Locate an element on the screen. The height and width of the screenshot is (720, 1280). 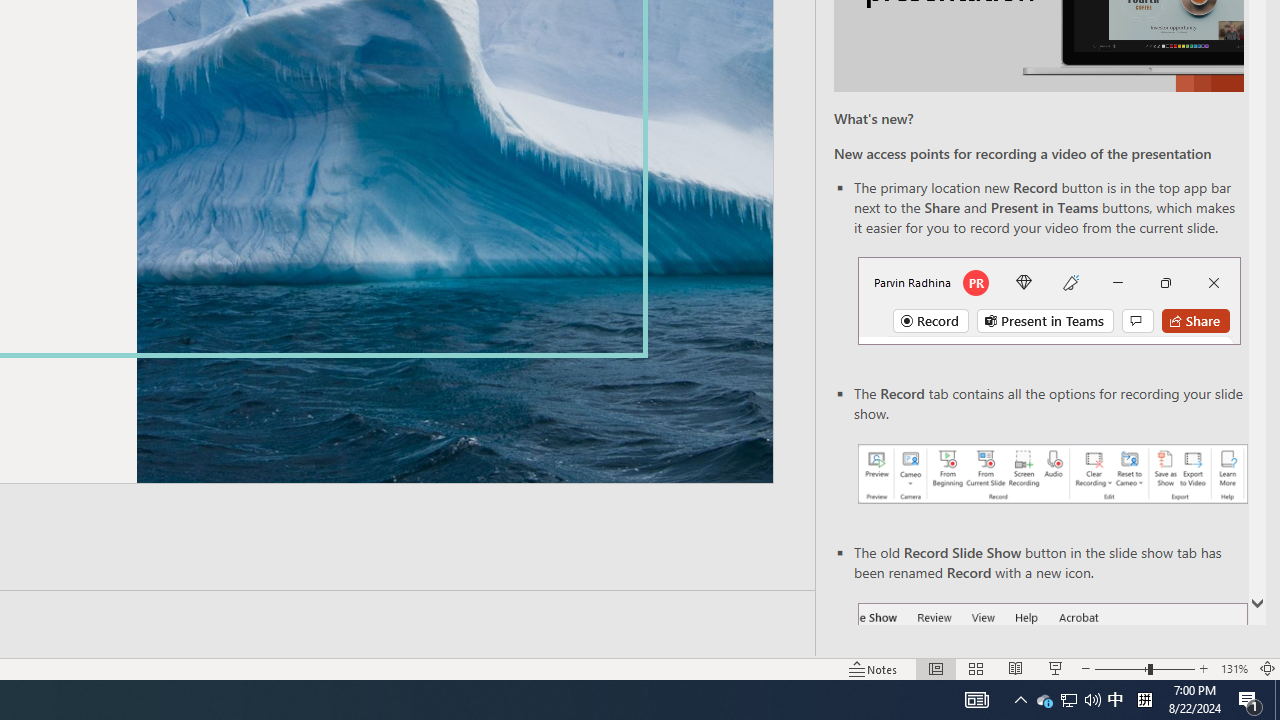
'Zoom 131%' is located at coordinates (1233, 669).